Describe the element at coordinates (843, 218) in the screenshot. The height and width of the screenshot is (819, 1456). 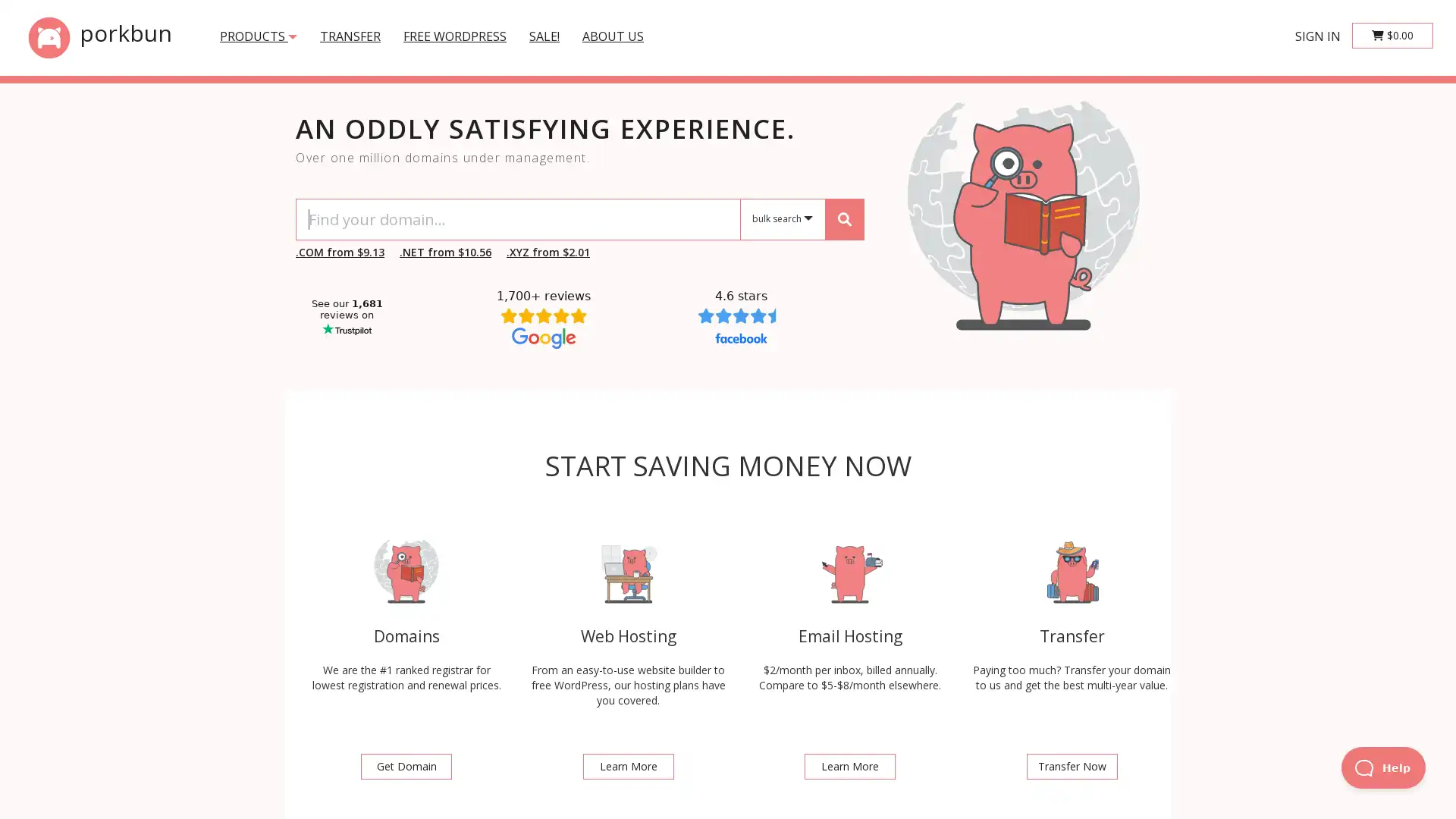
I see `submit search` at that location.